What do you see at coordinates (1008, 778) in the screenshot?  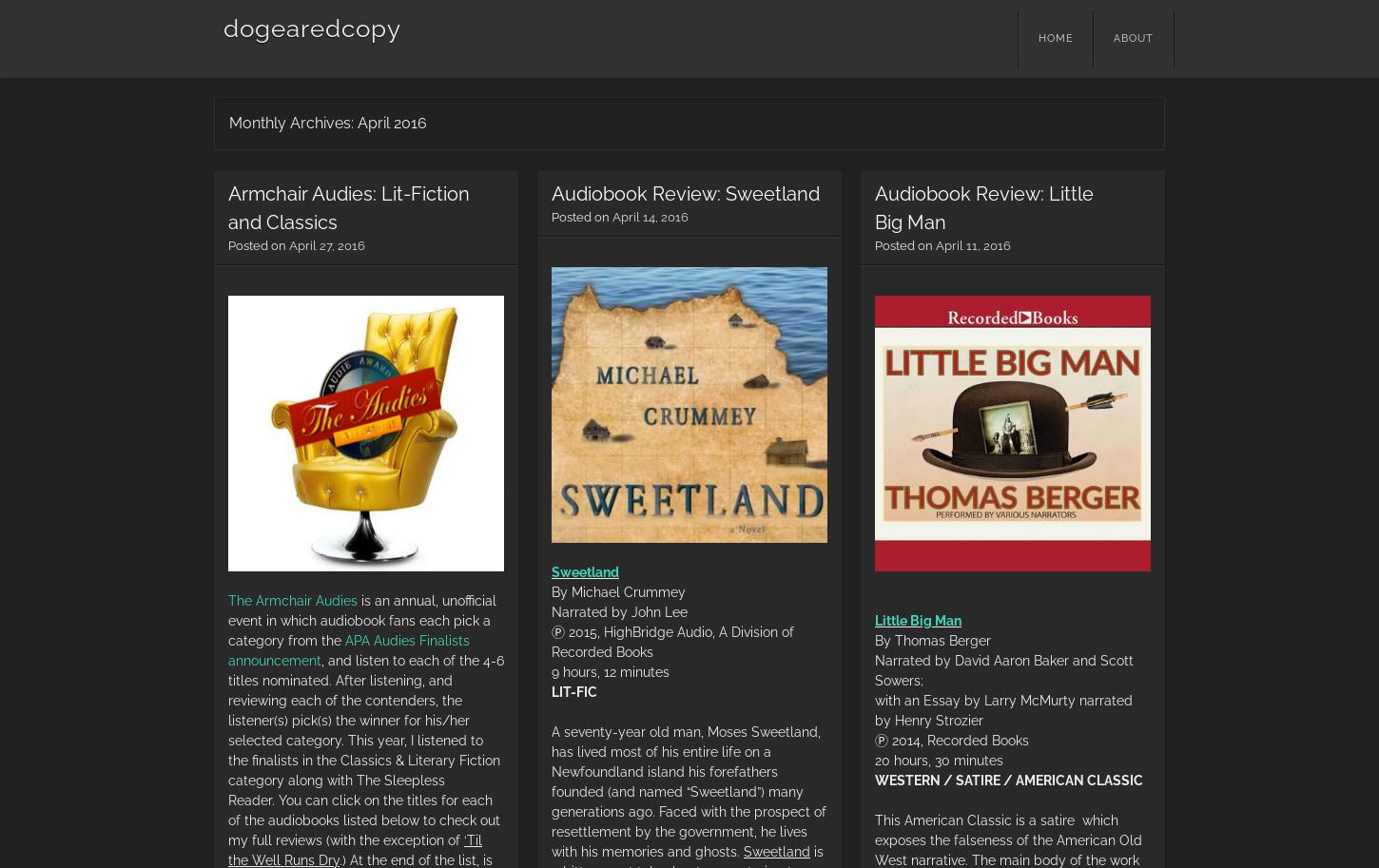 I see `'WESTERN / SATIRE / AMERICAN CLASSIC'` at bounding box center [1008, 778].